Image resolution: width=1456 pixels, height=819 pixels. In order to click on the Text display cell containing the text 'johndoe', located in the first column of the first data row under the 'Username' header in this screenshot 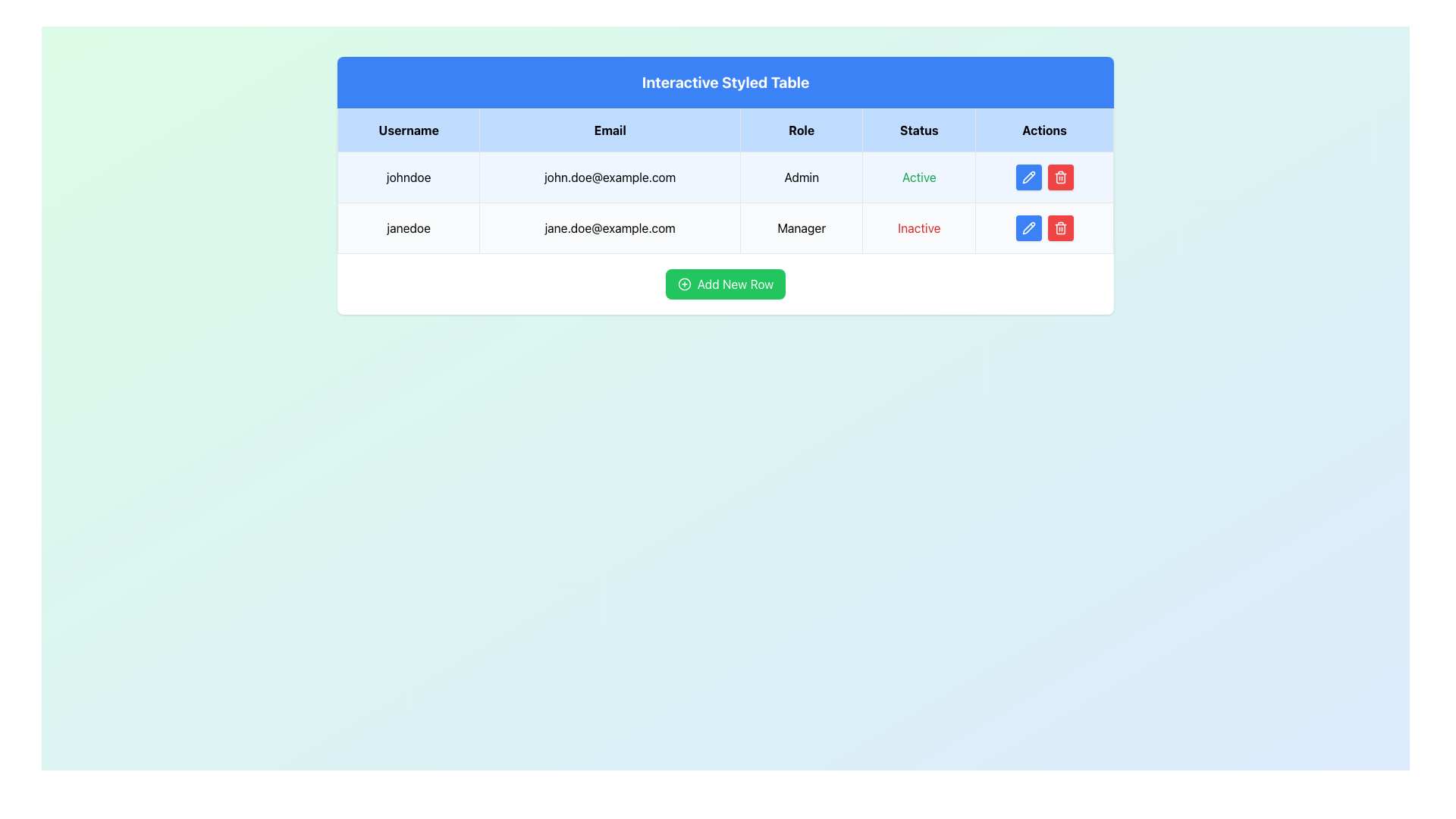, I will do `click(409, 177)`.